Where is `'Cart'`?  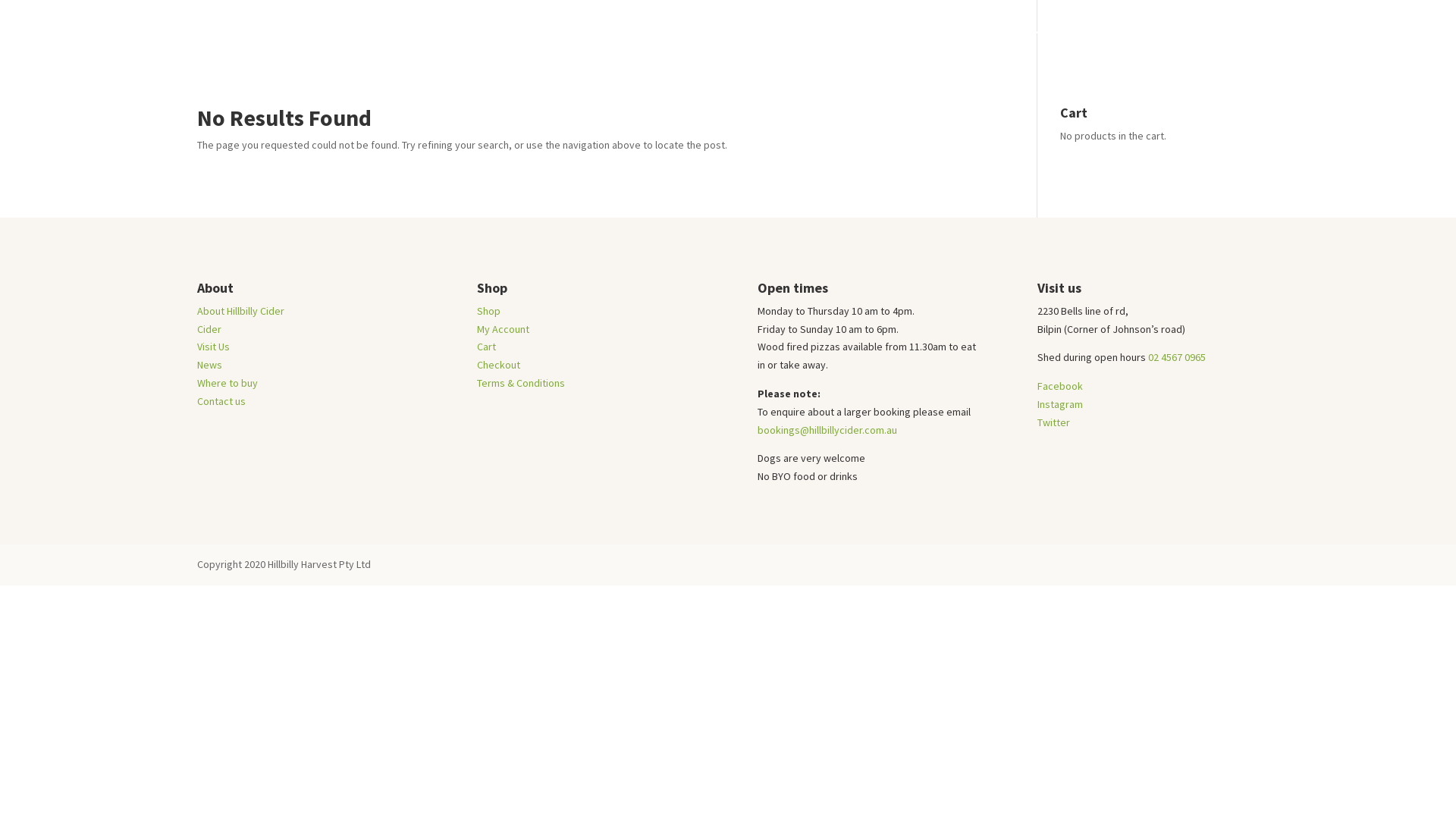 'Cart' is located at coordinates (475, 346).